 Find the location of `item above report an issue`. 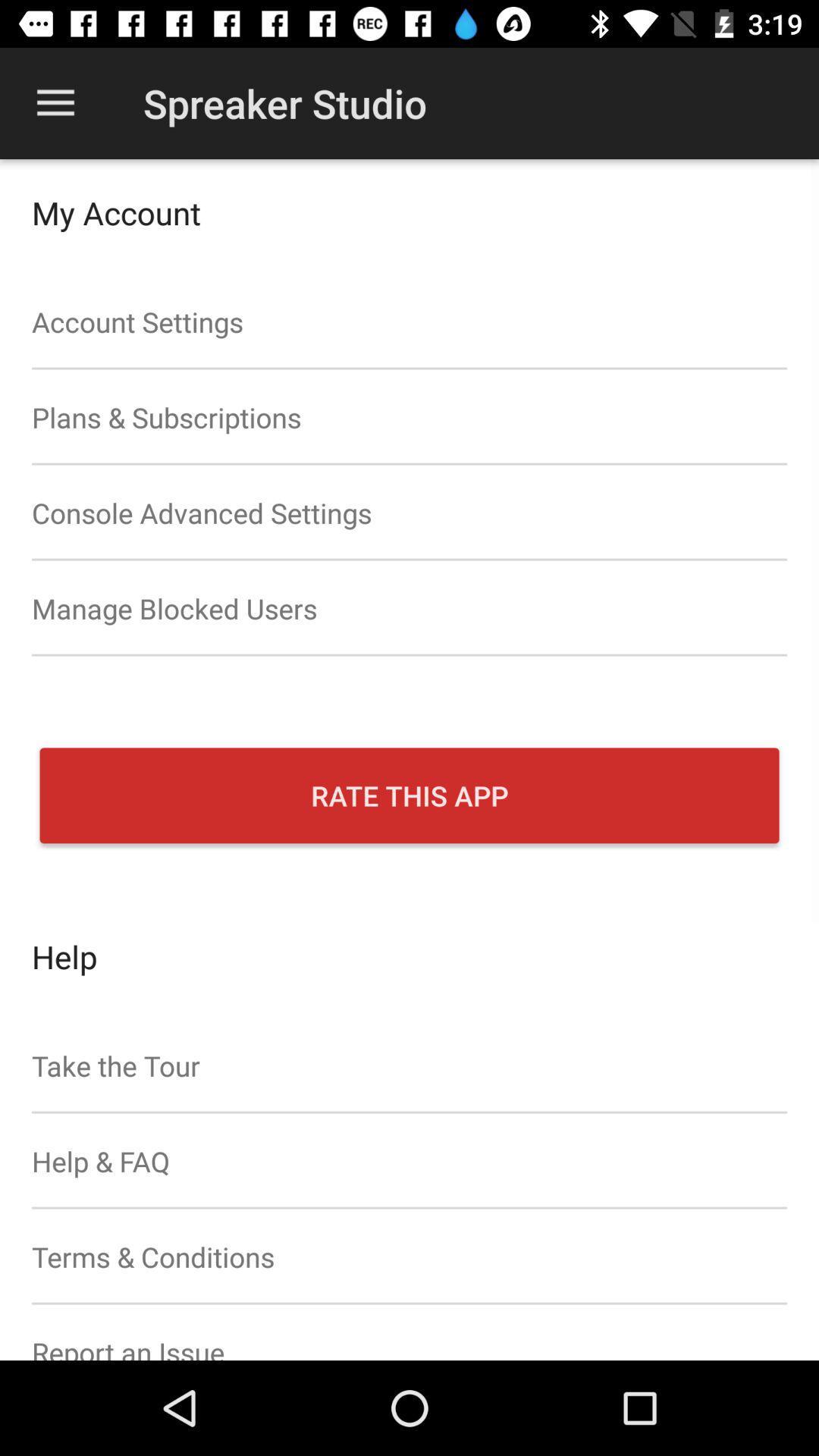

item above report an issue is located at coordinates (409, 1257).